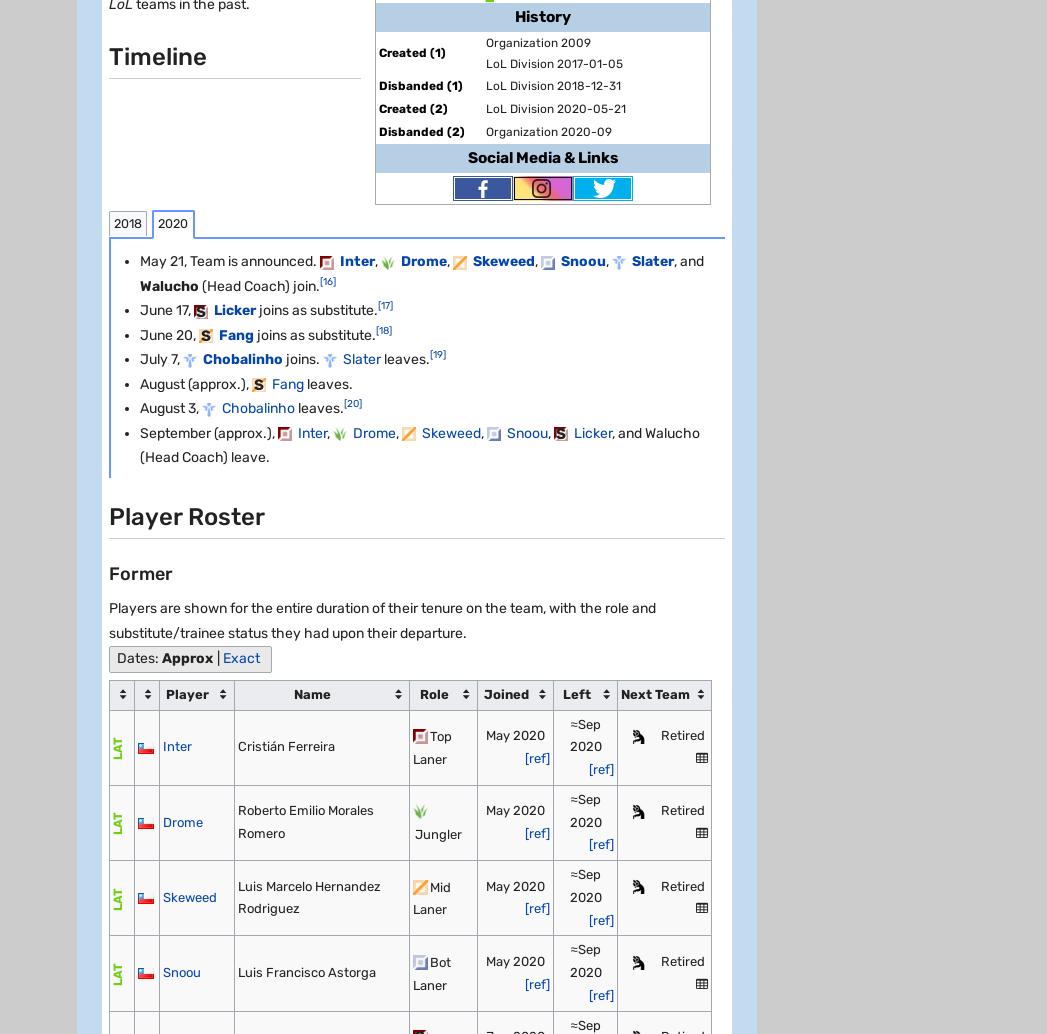  I want to click on 'What is Fandom?', so click(136, 751).